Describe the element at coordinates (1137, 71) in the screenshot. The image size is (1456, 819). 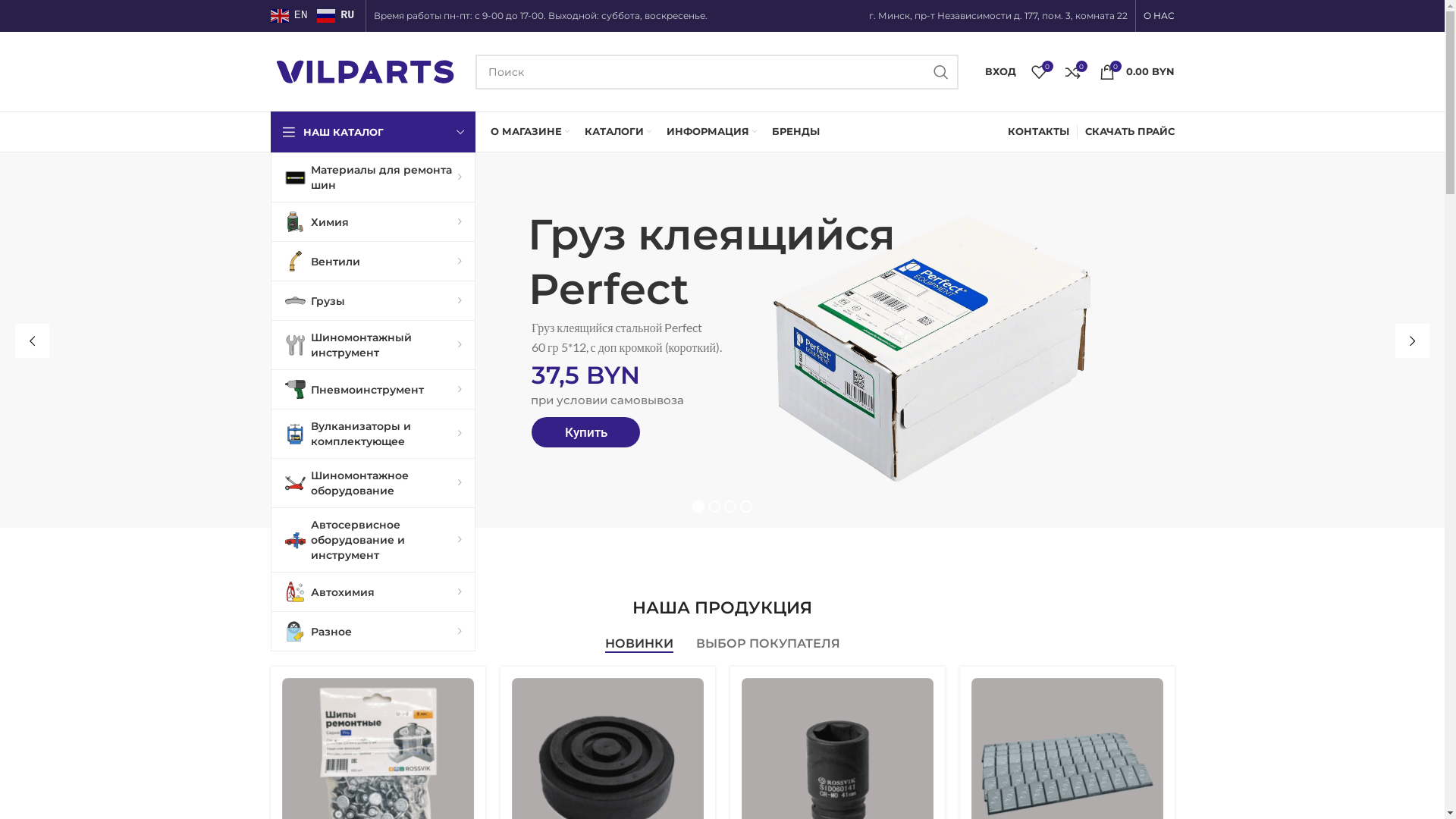
I see `'0` at that location.